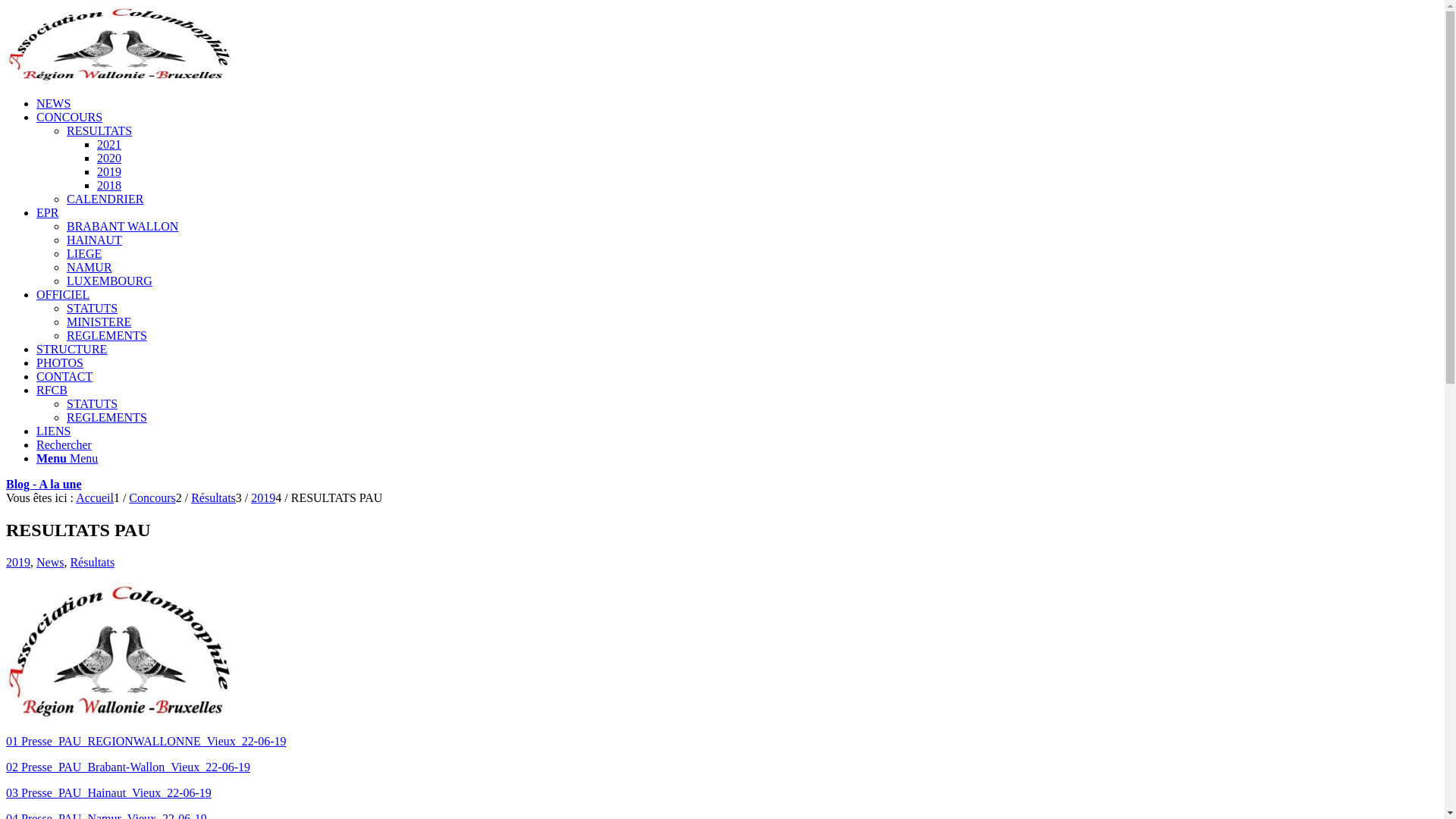  What do you see at coordinates (64, 375) in the screenshot?
I see `'CONTACT'` at bounding box center [64, 375].